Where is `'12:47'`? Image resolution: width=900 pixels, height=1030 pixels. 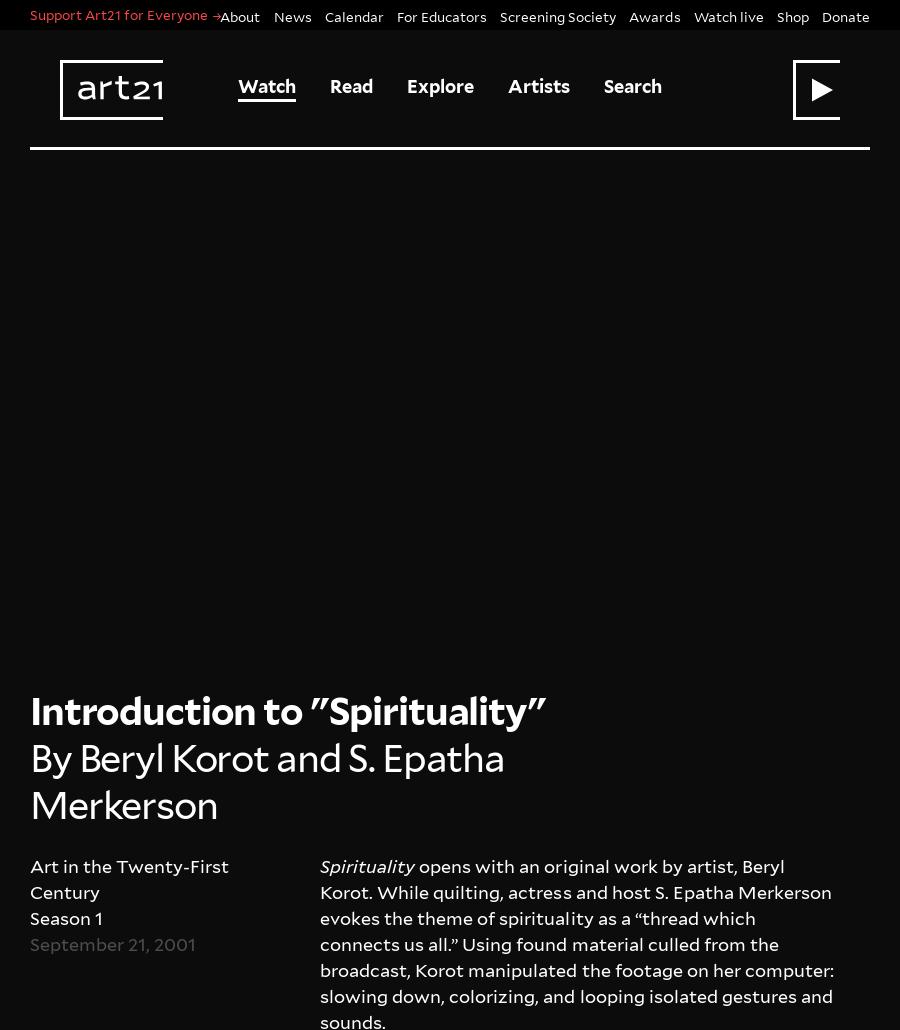 '12:47' is located at coordinates (396, 463).